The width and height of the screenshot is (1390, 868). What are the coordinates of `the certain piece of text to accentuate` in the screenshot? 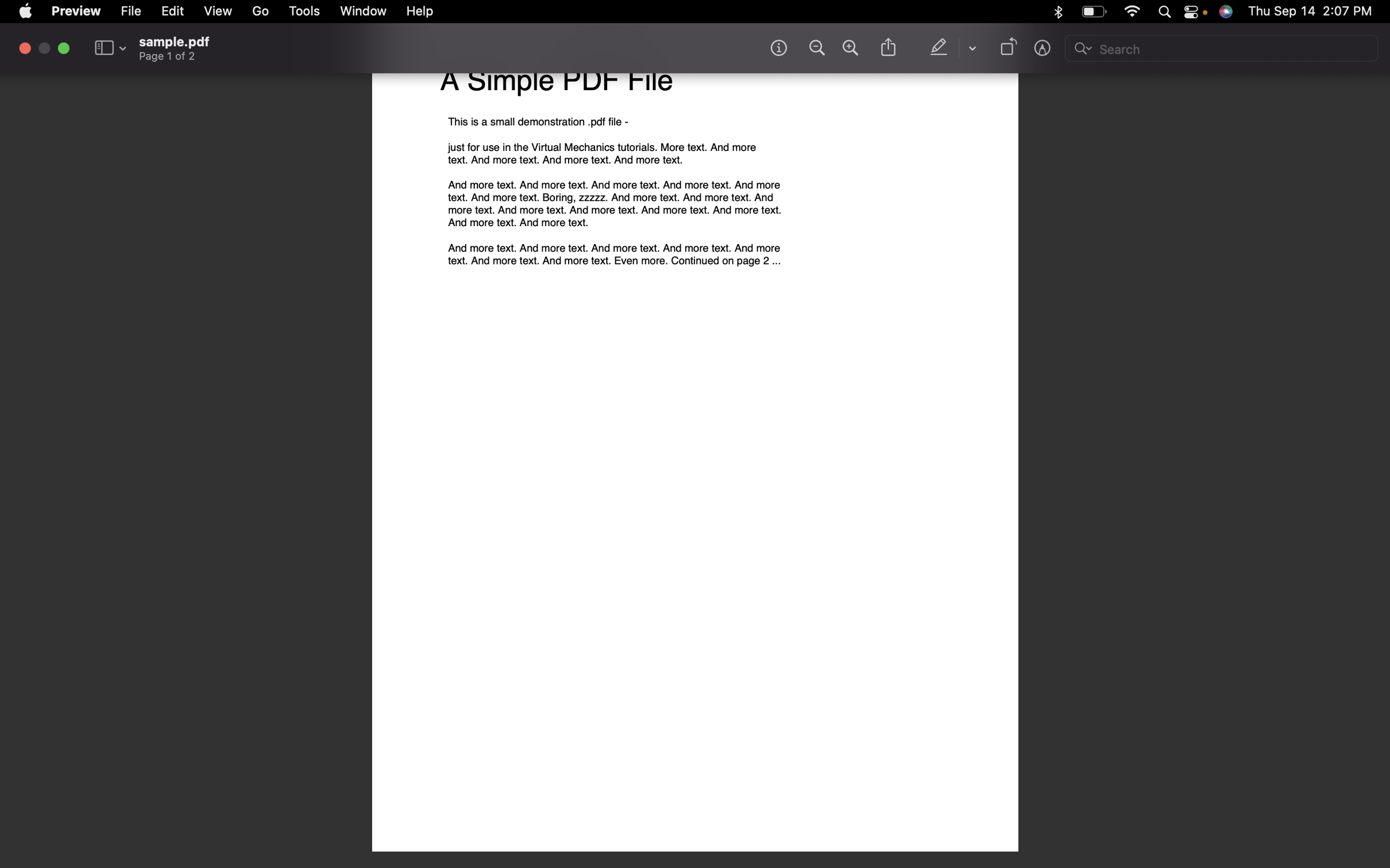 It's located at (940, 48).